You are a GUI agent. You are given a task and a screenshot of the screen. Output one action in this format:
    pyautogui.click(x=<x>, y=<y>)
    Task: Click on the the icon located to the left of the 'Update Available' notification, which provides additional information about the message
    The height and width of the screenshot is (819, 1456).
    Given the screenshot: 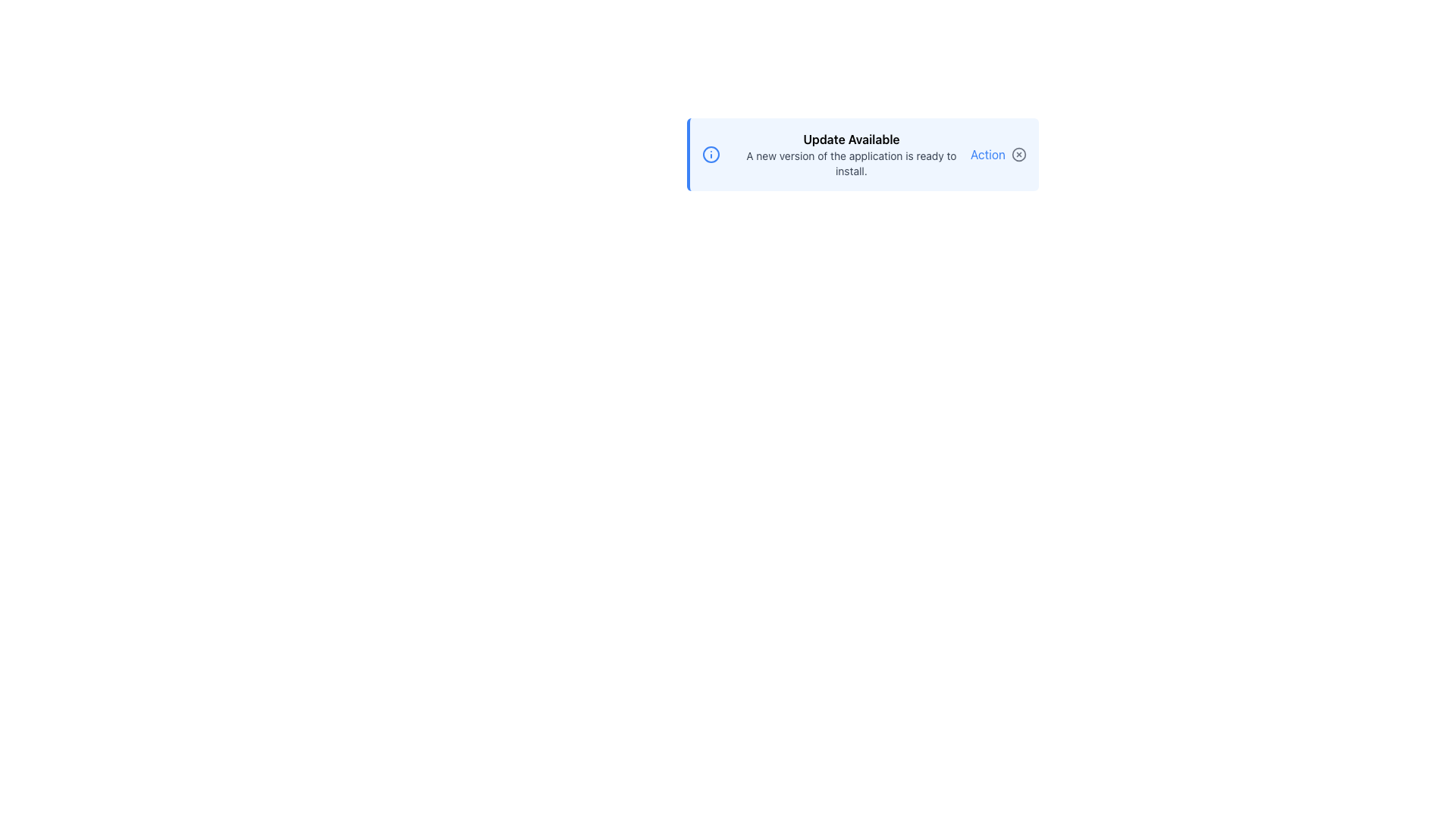 What is the action you would take?
    pyautogui.click(x=710, y=155)
    